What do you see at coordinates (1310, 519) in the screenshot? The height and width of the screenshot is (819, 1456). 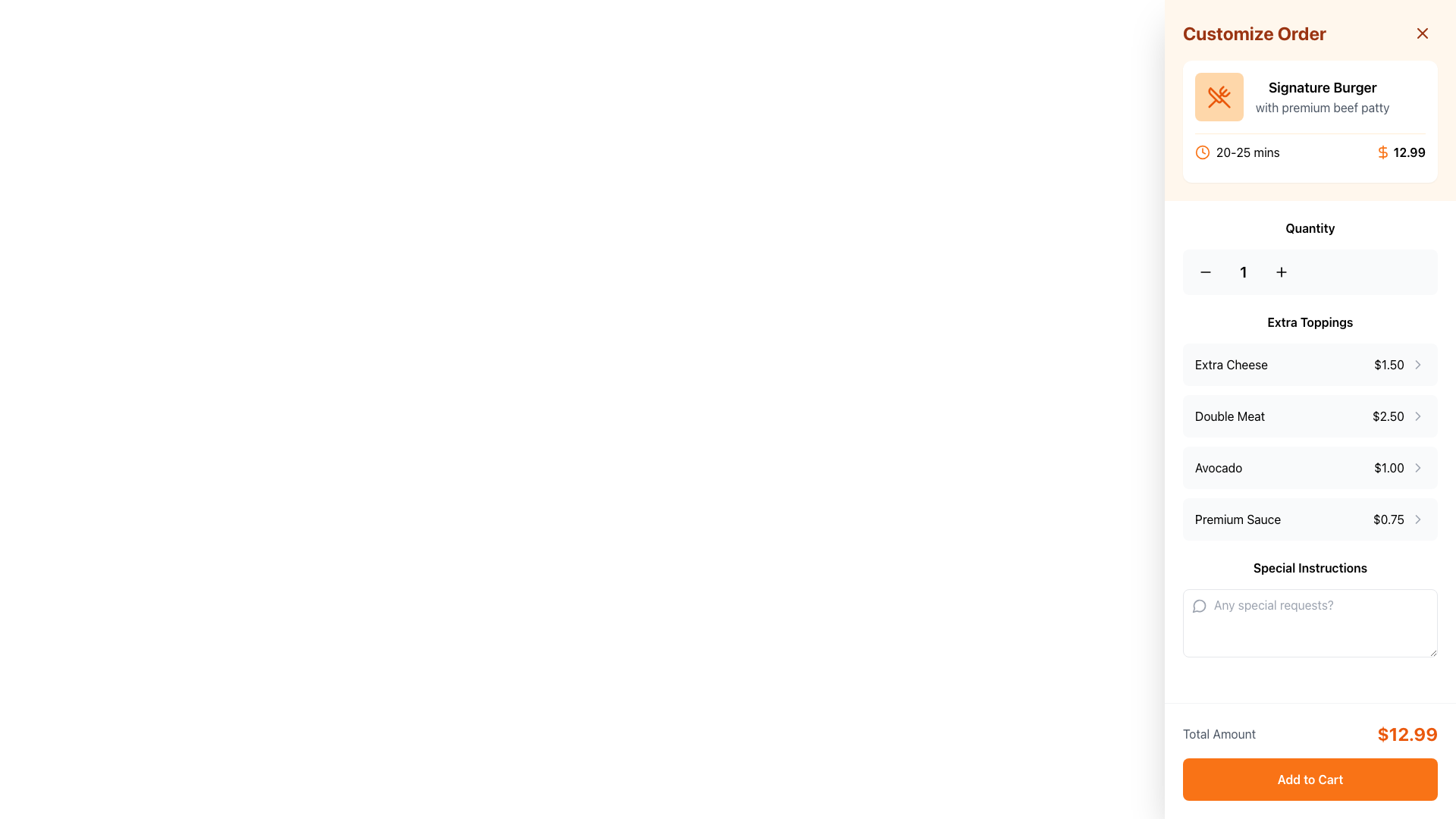 I see `the 'Premium Sauce' list item, which is the fourth item under 'Extra Toppings' displaying the price '$0.75' on the right` at bounding box center [1310, 519].